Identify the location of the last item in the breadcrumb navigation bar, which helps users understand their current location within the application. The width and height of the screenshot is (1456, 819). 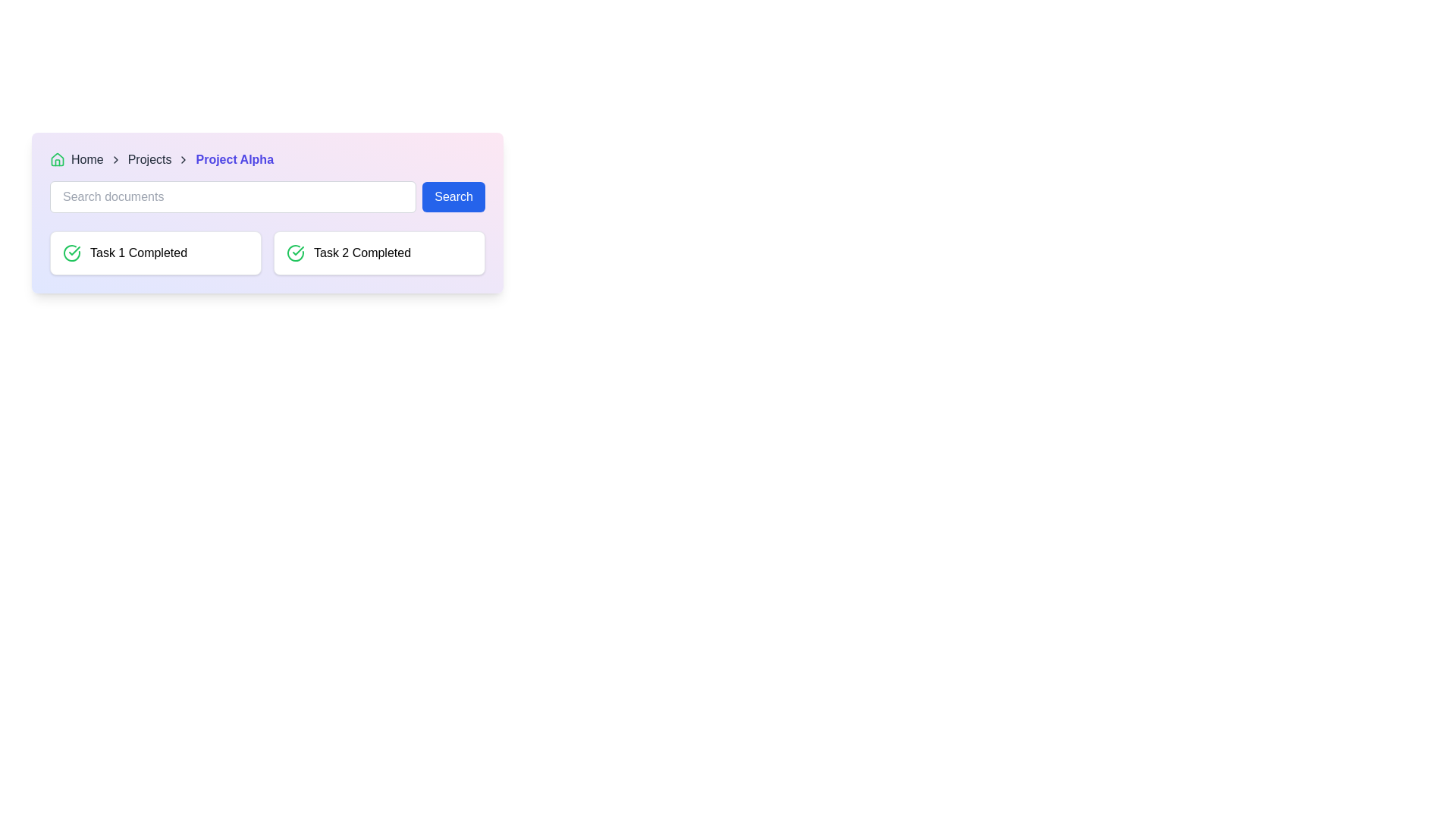
(234, 160).